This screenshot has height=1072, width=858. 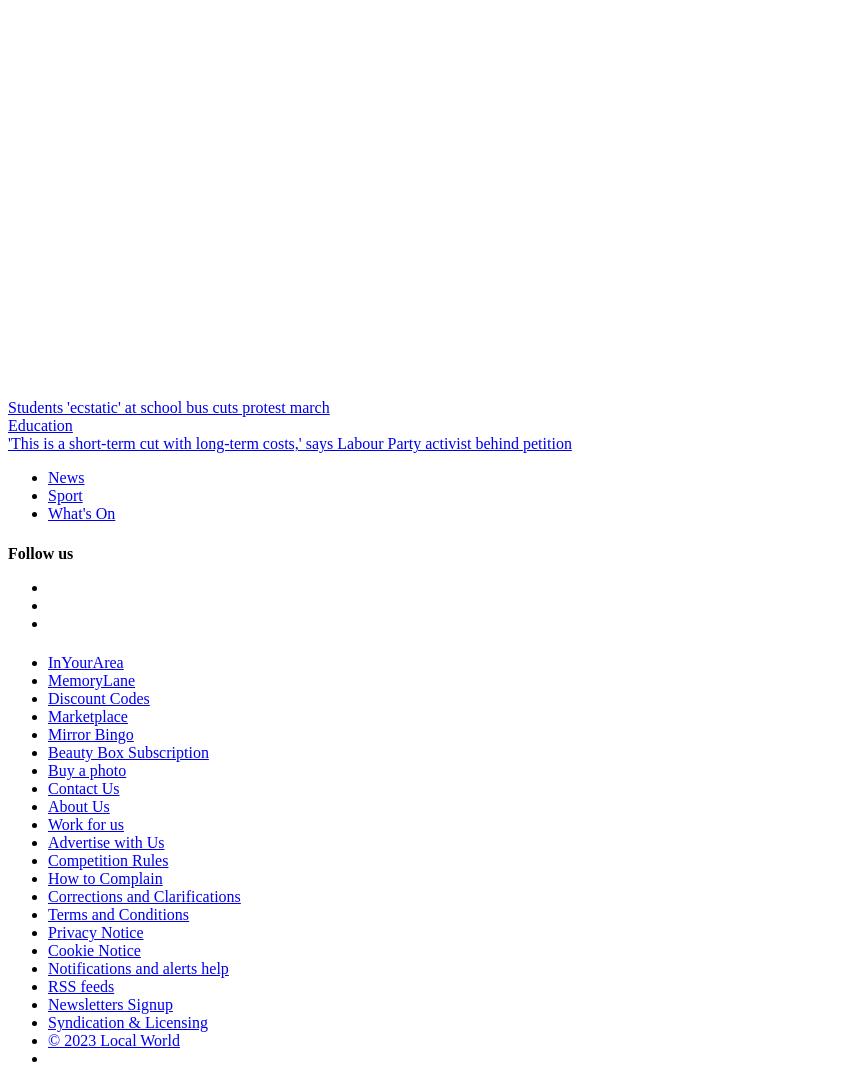 What do you see at coordinates (39, 424) in the screenshot?
I see `'Education'` at bounding box center [39, 424].